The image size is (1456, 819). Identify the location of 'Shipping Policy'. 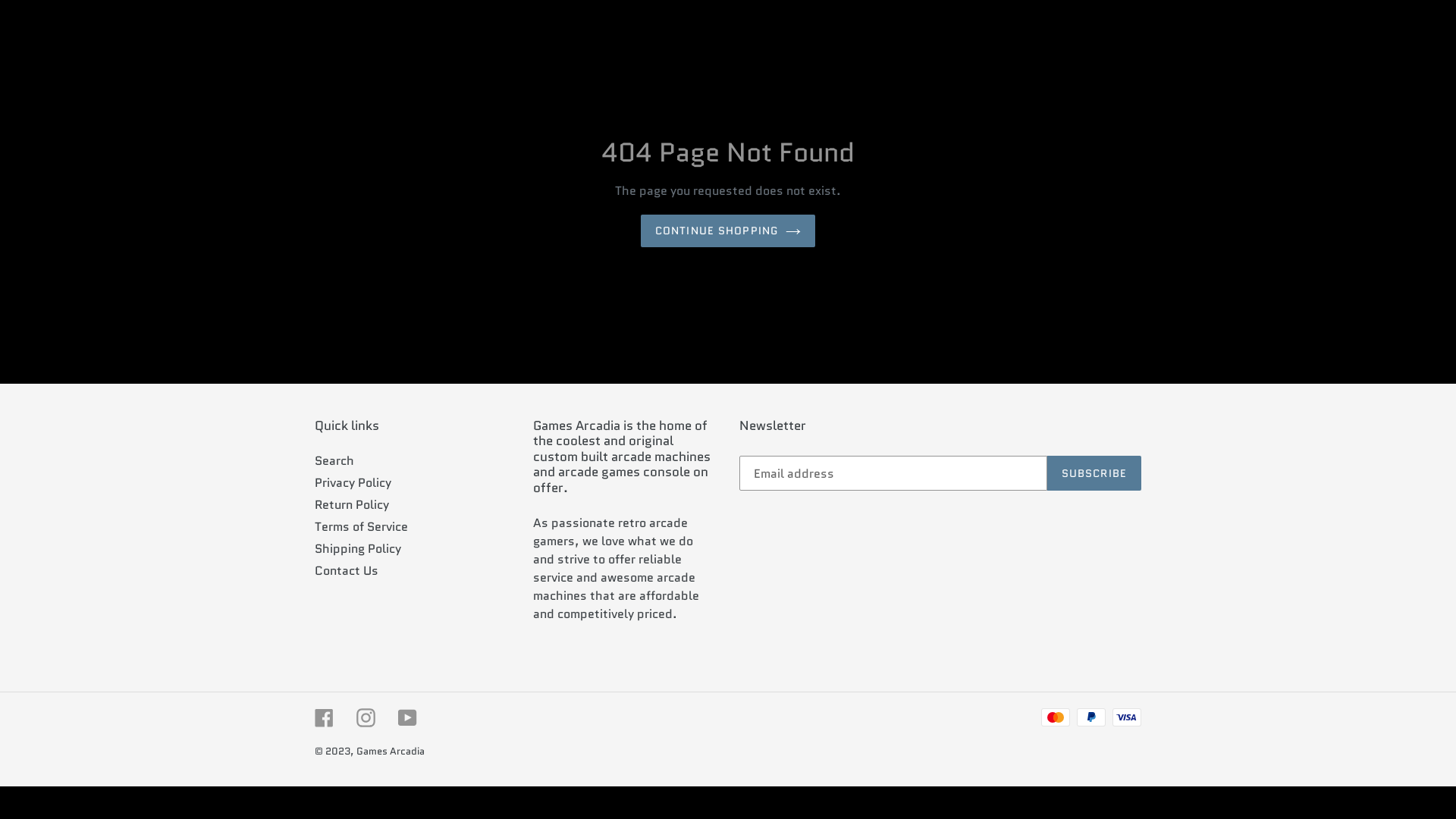
(356, 548).